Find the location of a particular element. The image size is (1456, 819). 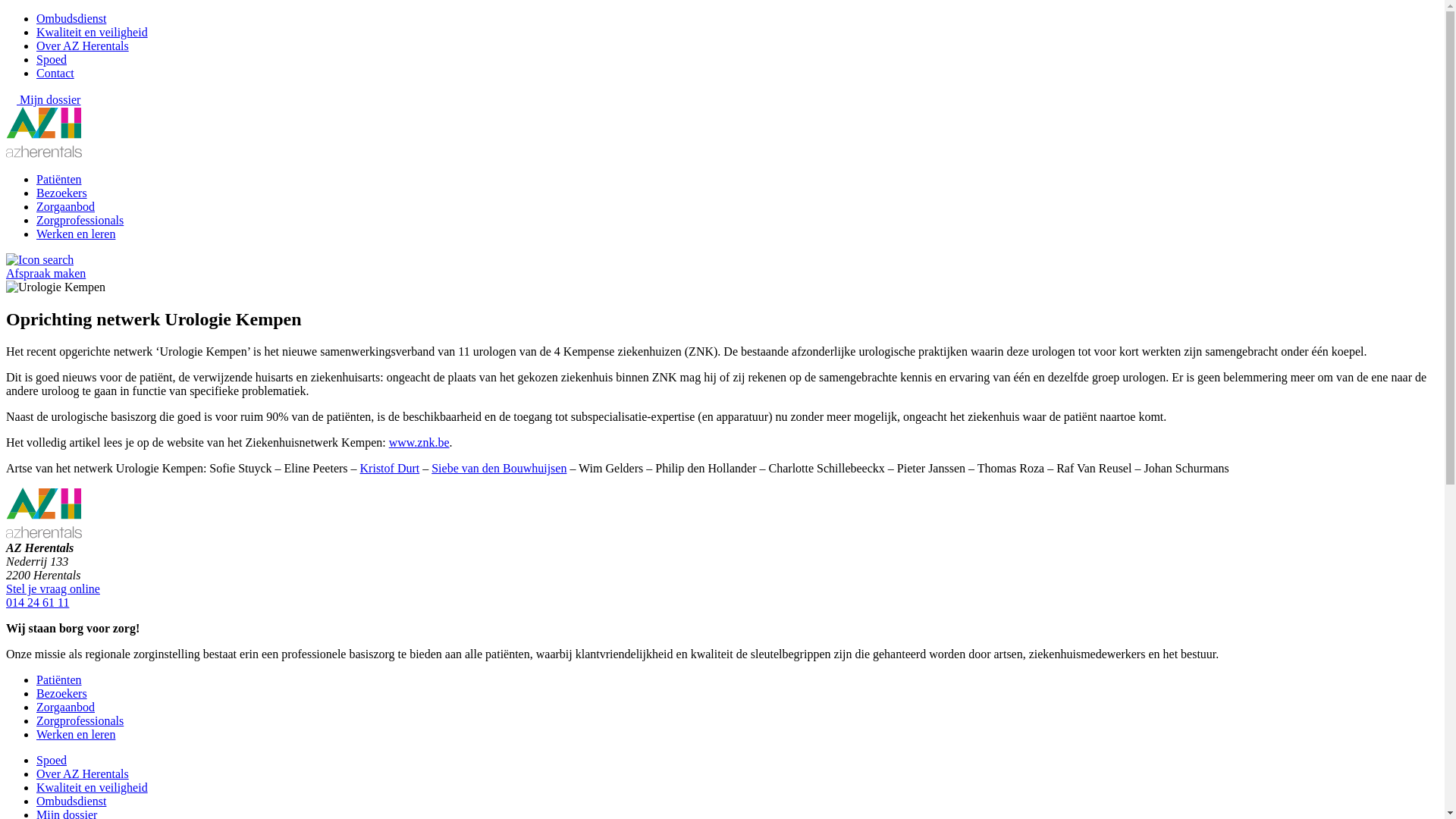

'Home' is located at coordinates (43, 153).